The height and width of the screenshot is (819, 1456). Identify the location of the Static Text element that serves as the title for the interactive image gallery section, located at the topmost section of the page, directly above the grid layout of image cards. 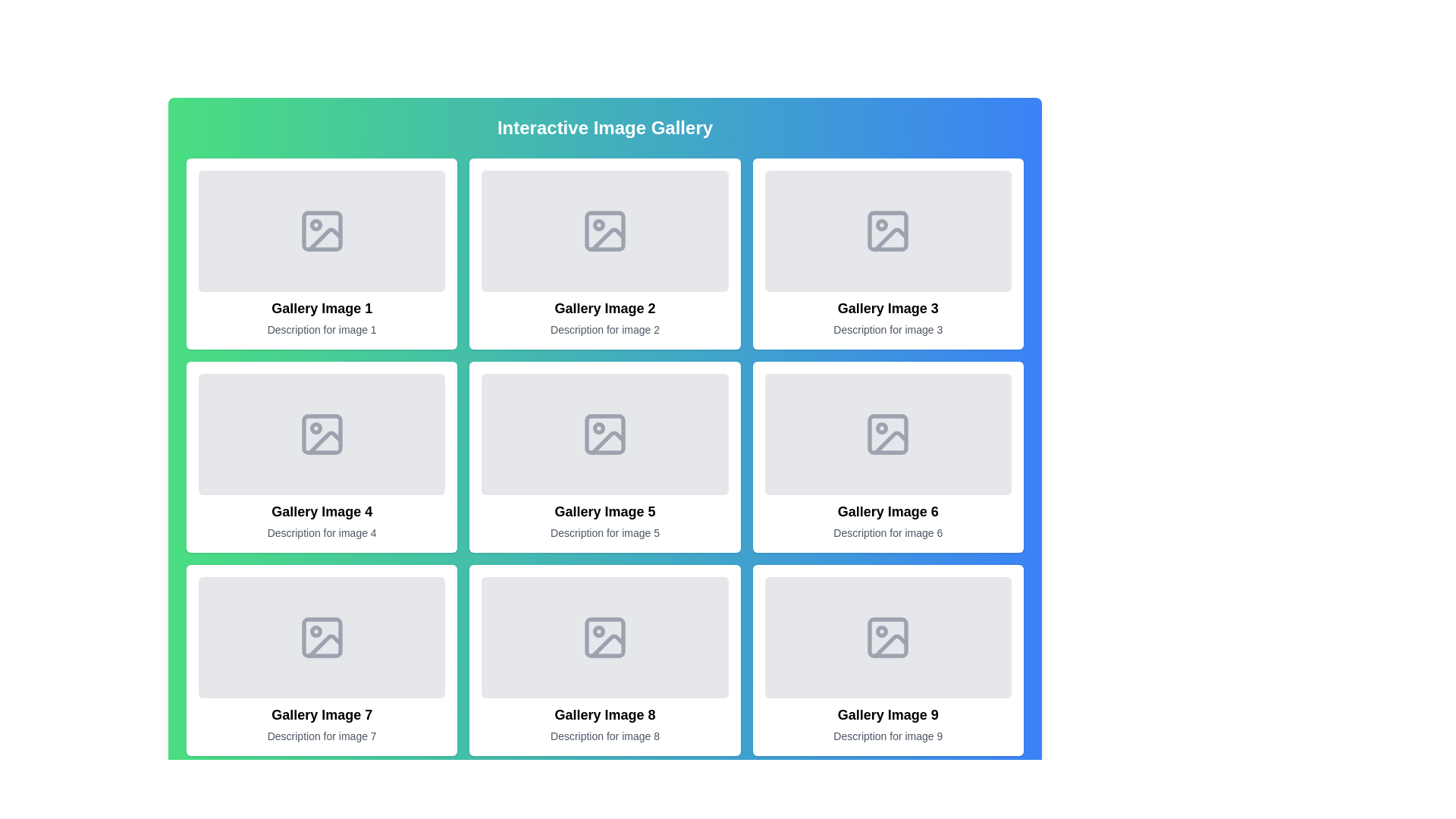
(604, 127).